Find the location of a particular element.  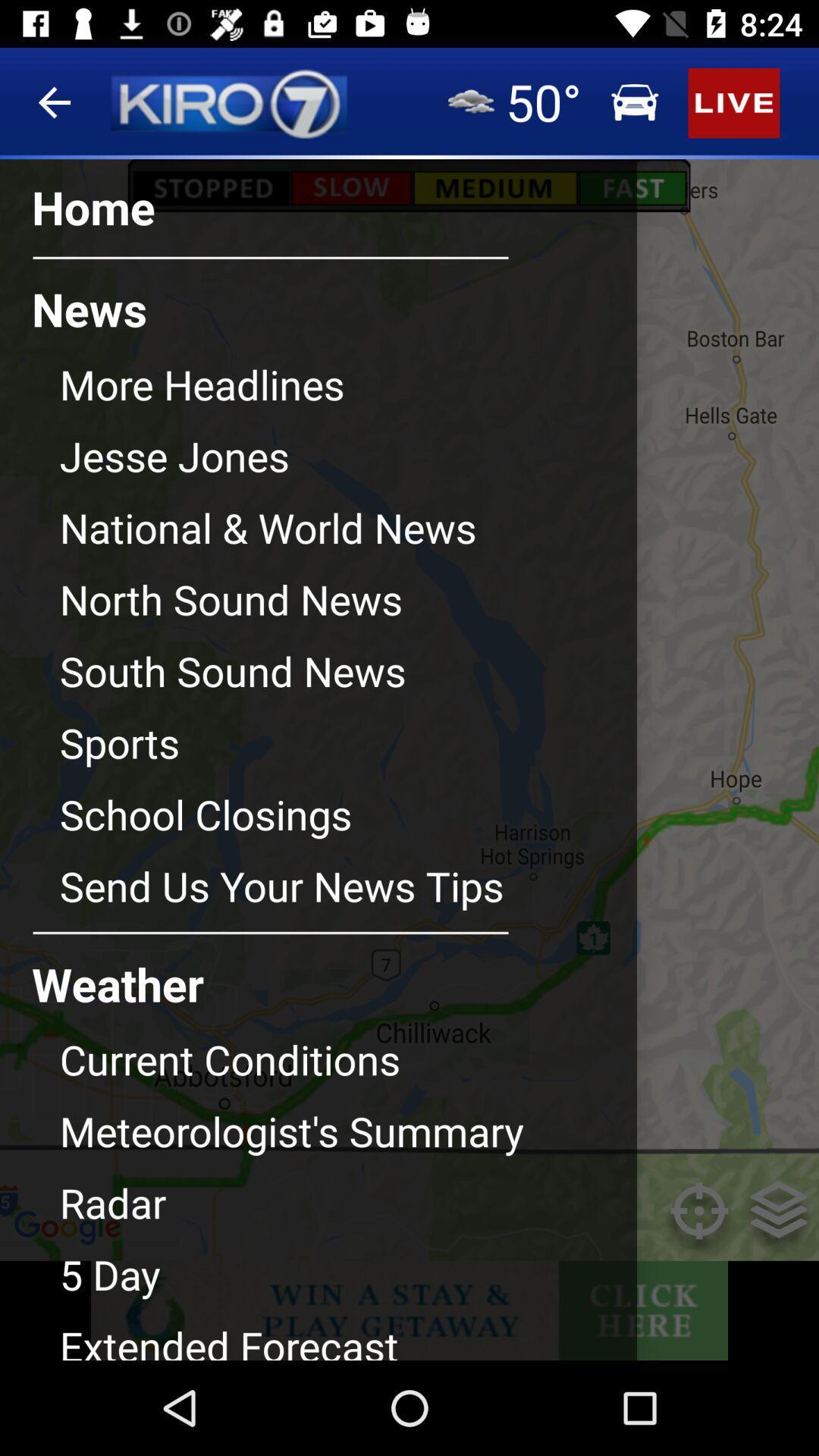

the layers icon is located at coordinates (779, 1221).